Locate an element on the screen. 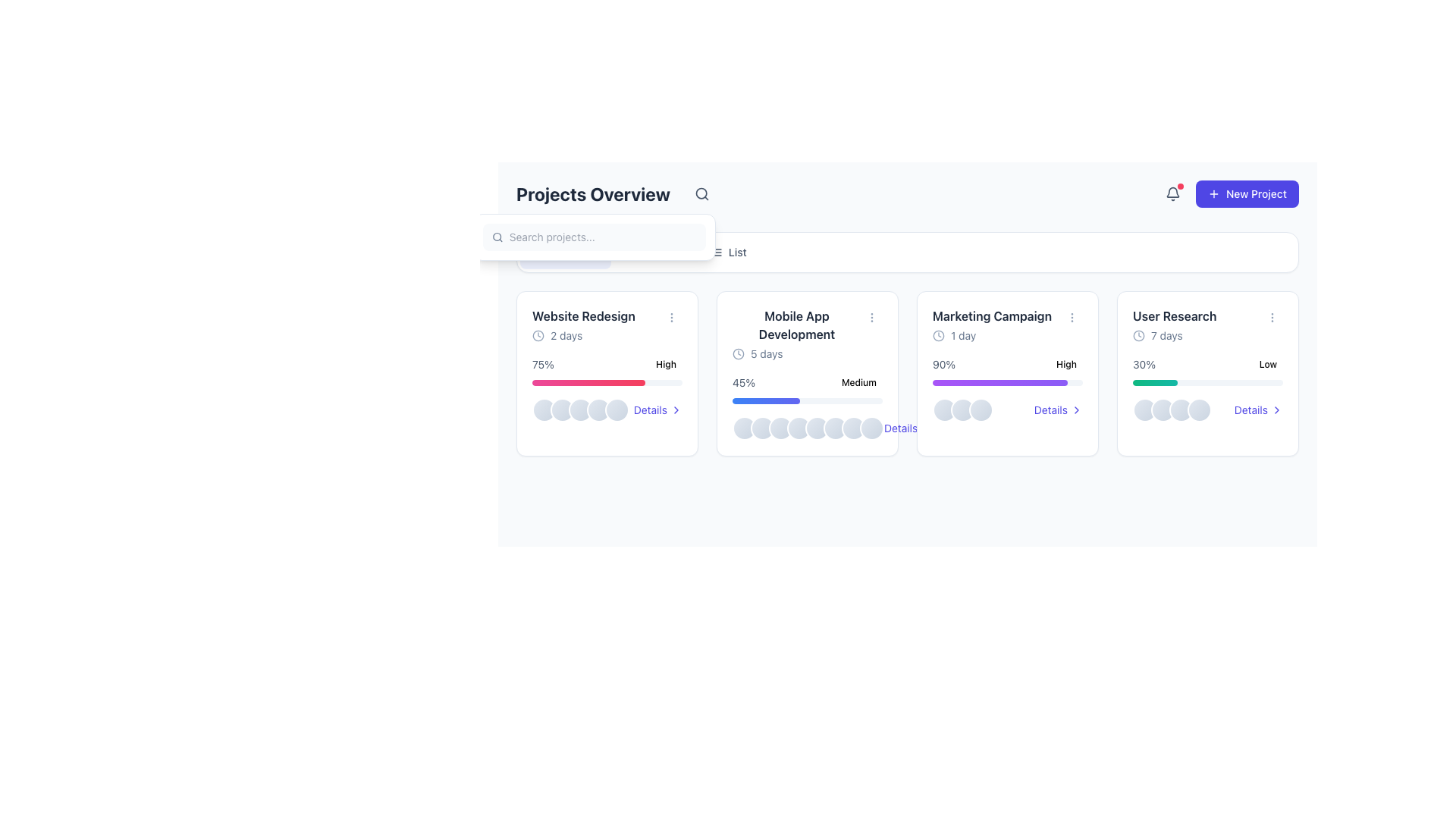 Image resolution: width=1456 pixels, height=819 pixels. the 'Marketing Campaign' label, which is styled in bold dark slate text and located at the top of the third project card in a row of cards is located at coordinates (992, 315).